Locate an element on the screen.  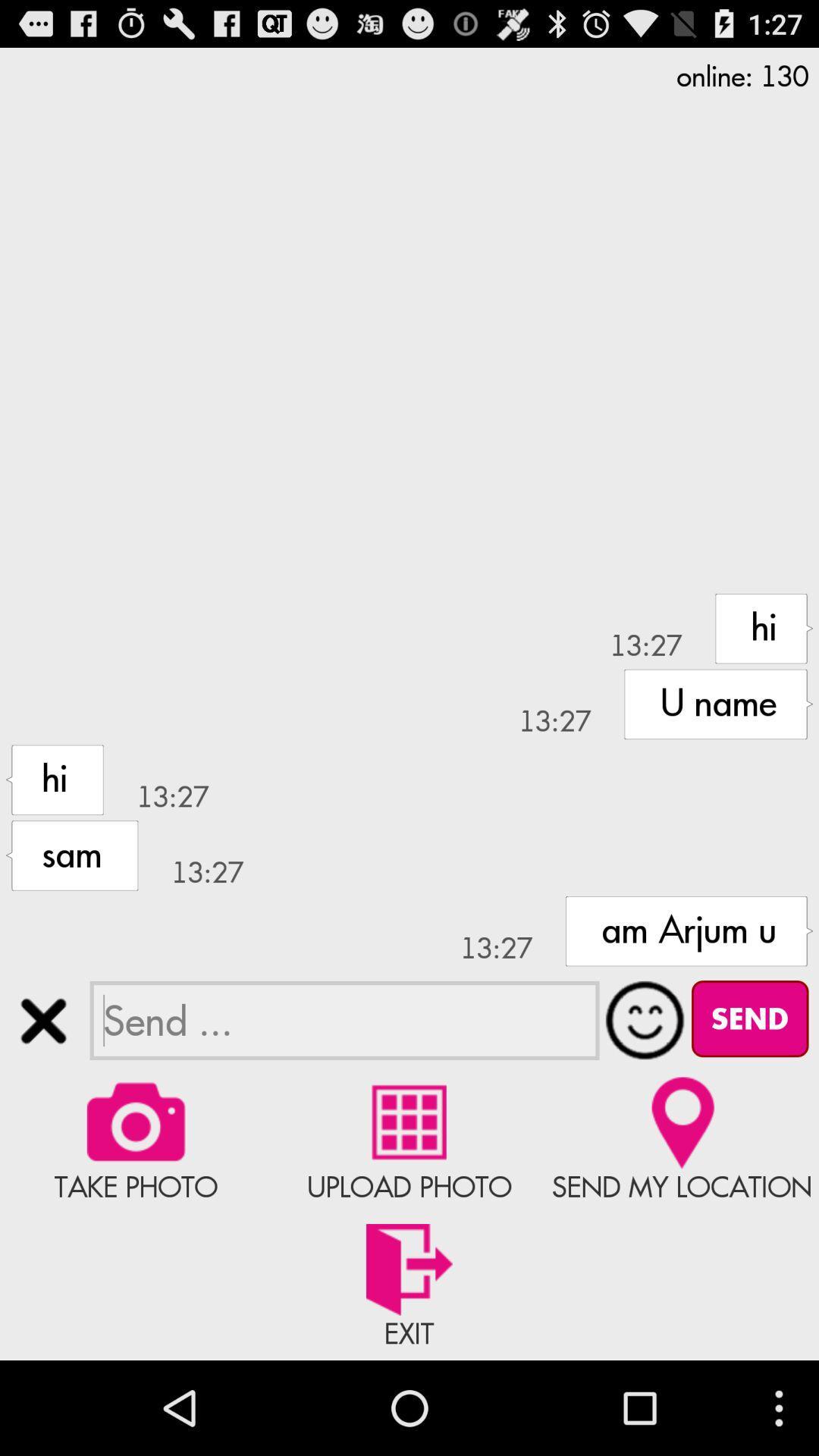
the emoji icon is located at coordinates (645, 1092).